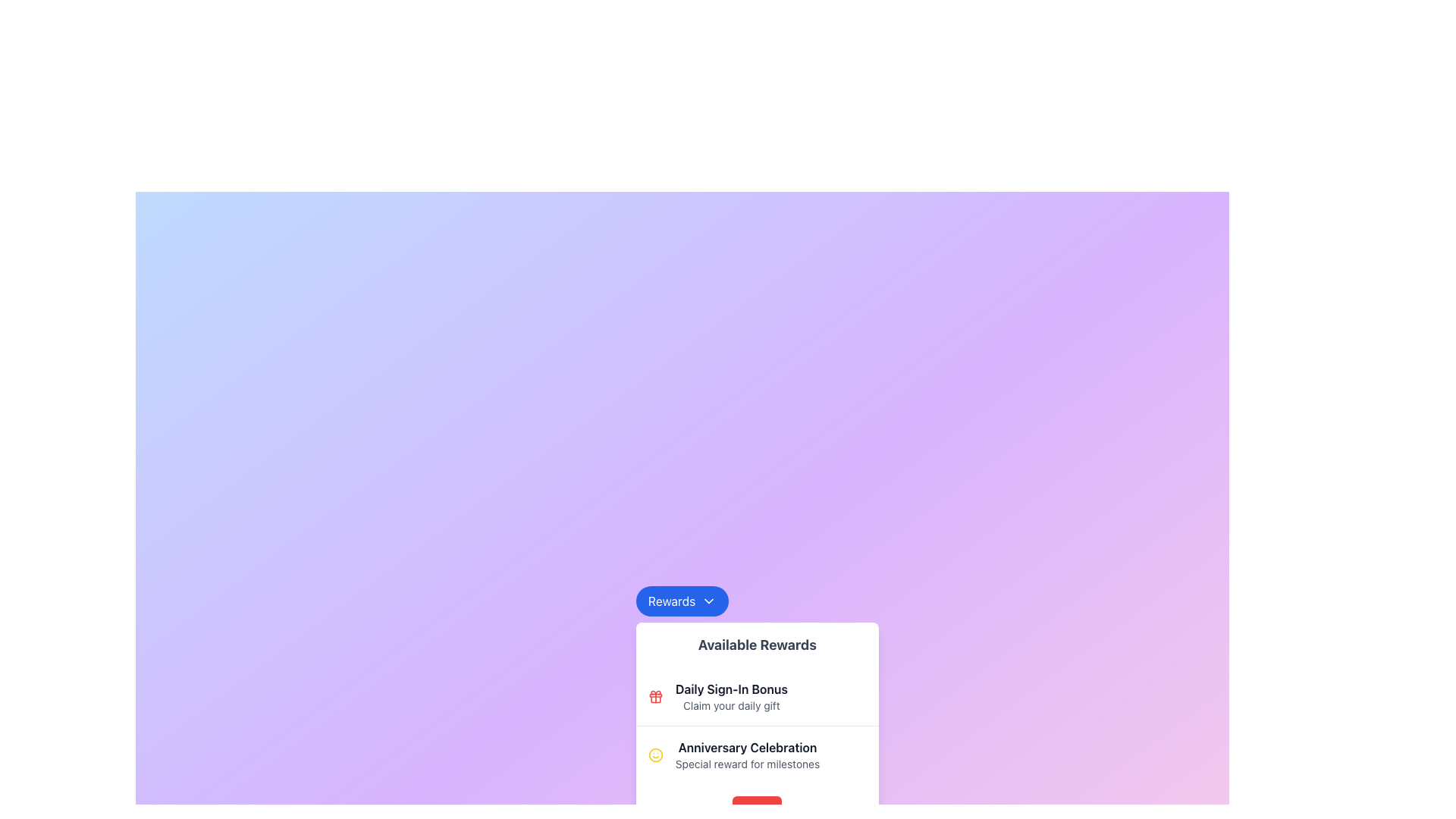 This screenshot has width=1456, height=819. What do you see at coordinates (757, 645) in the screenshot?
I see `the text label that serves as the header for the card indicating 'Available Rewards', which is located at the top center of the card below the 'Rewards' button` at bounding box center [757, 645].